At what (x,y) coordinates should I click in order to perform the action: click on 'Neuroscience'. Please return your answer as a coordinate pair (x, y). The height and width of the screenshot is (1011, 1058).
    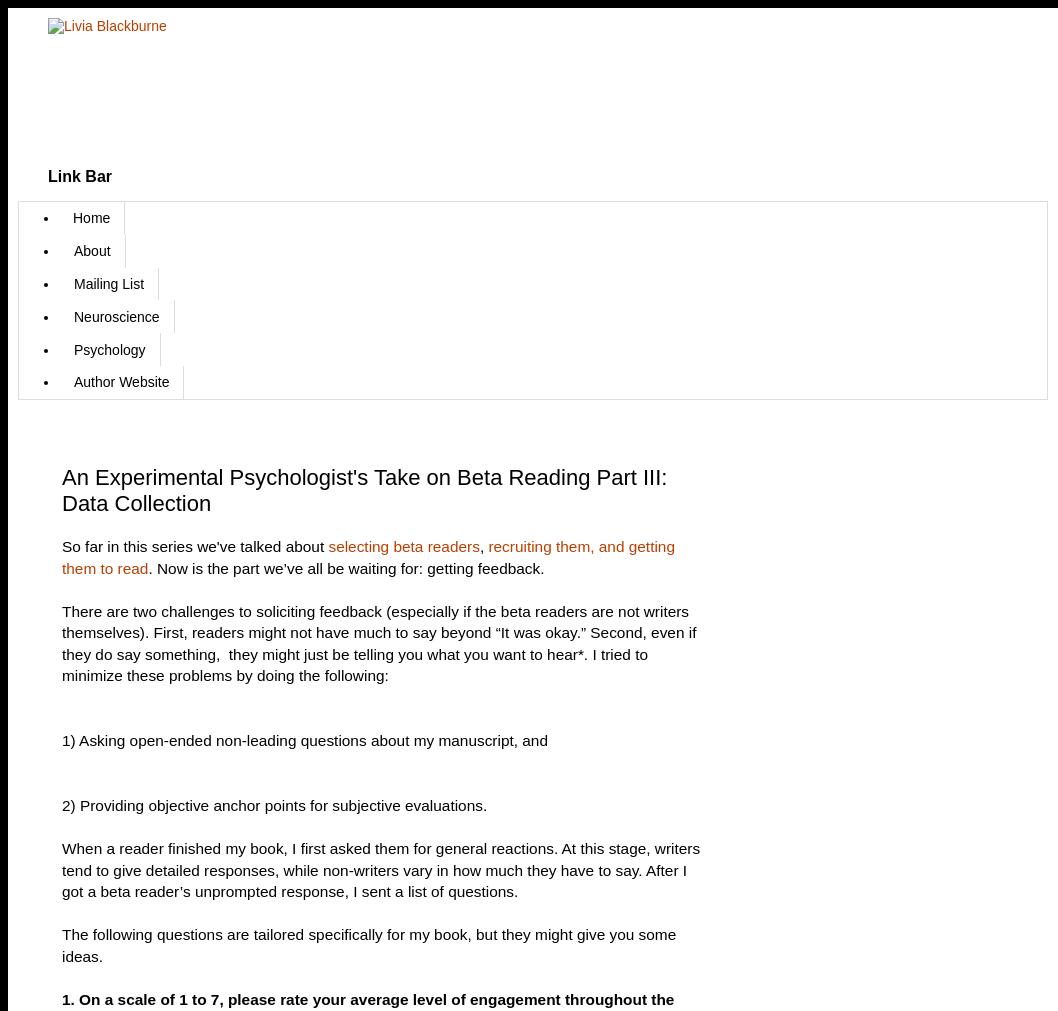
    Looking at the image, I should click on (115, 316).